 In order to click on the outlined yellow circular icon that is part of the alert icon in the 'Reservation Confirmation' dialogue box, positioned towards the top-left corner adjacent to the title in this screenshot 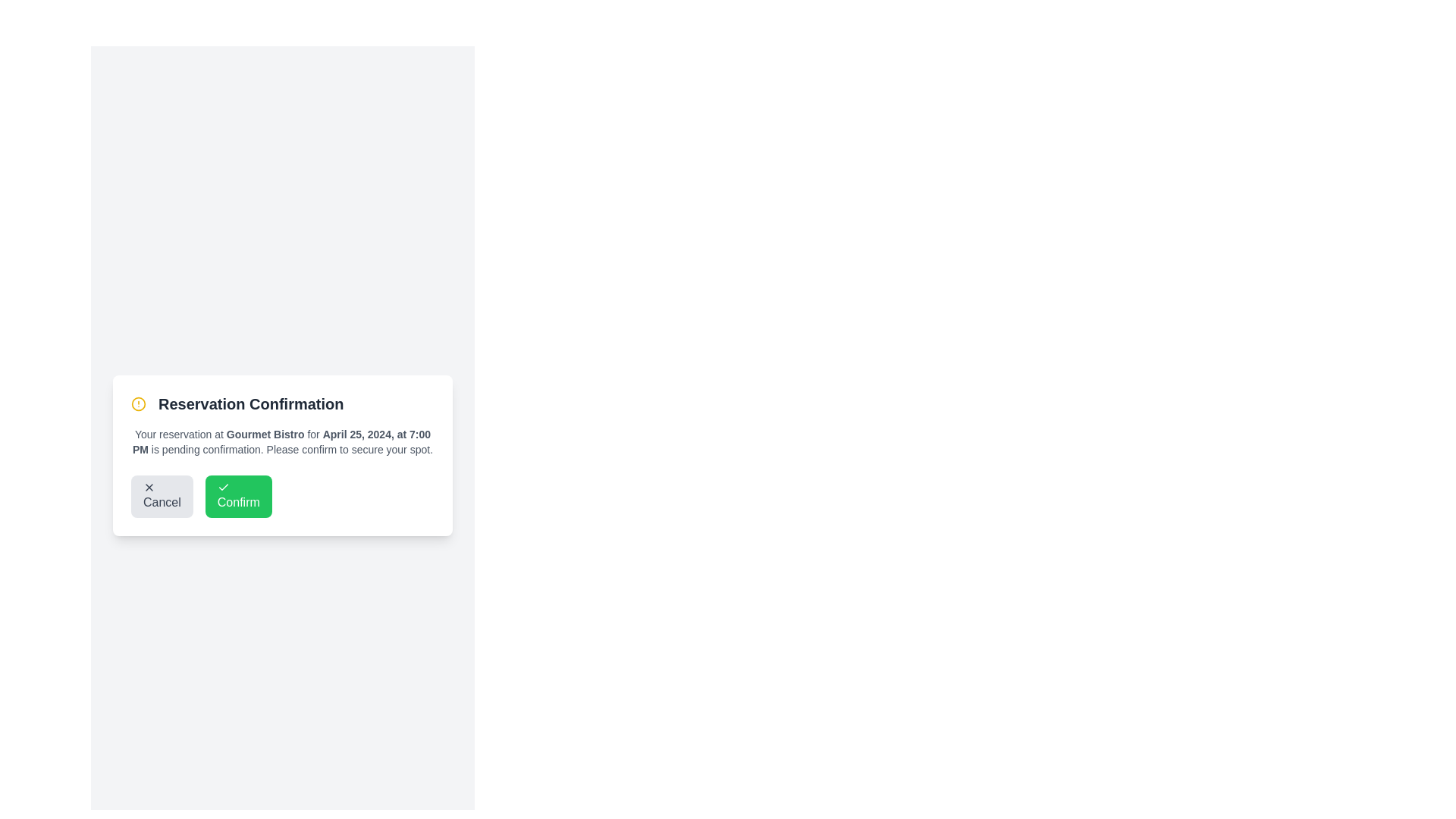, I will do `click(138, 403)`.